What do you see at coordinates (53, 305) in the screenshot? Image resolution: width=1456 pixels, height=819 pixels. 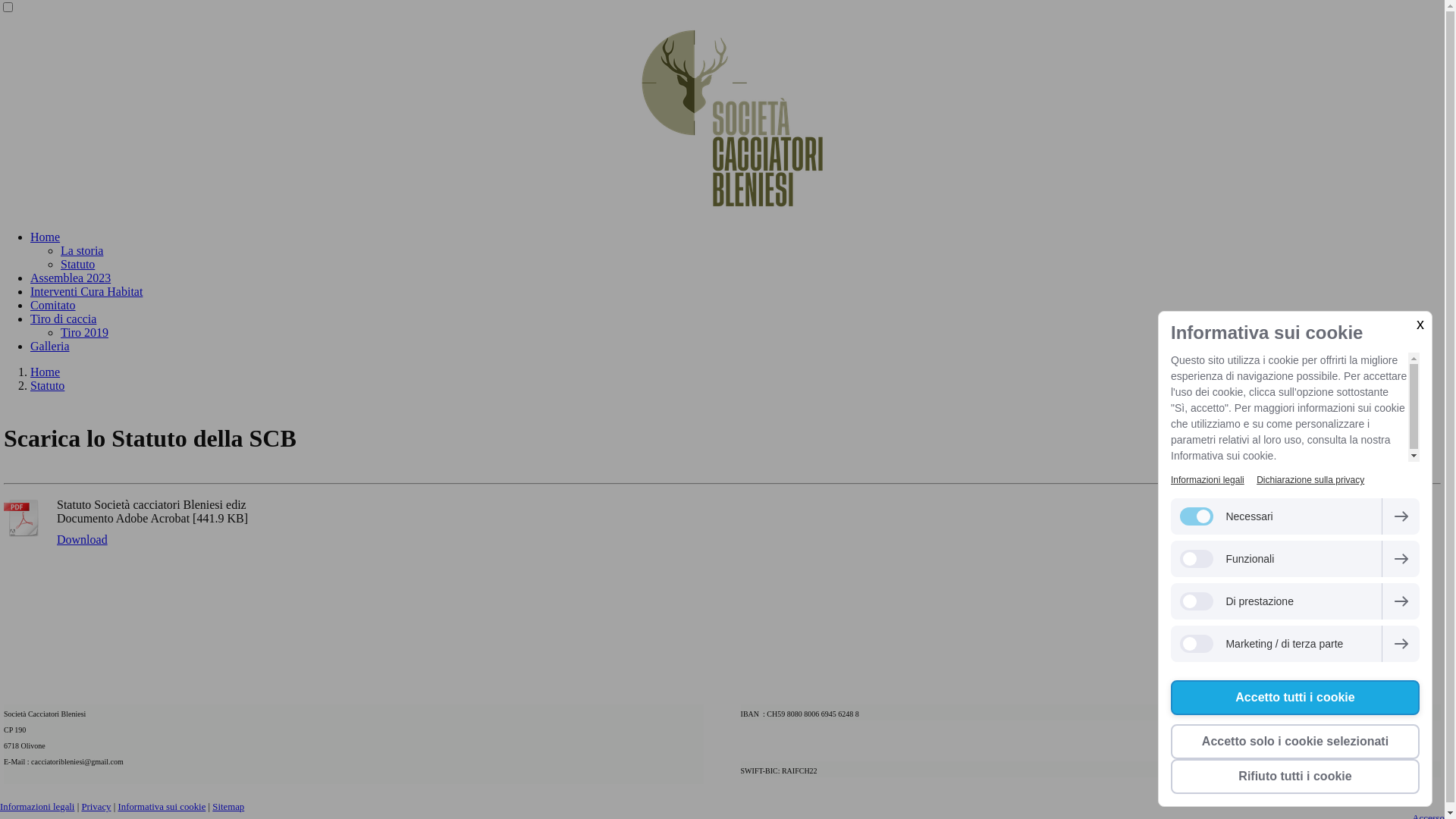 I see `'Comitato'` at bounding box center [53, 305].